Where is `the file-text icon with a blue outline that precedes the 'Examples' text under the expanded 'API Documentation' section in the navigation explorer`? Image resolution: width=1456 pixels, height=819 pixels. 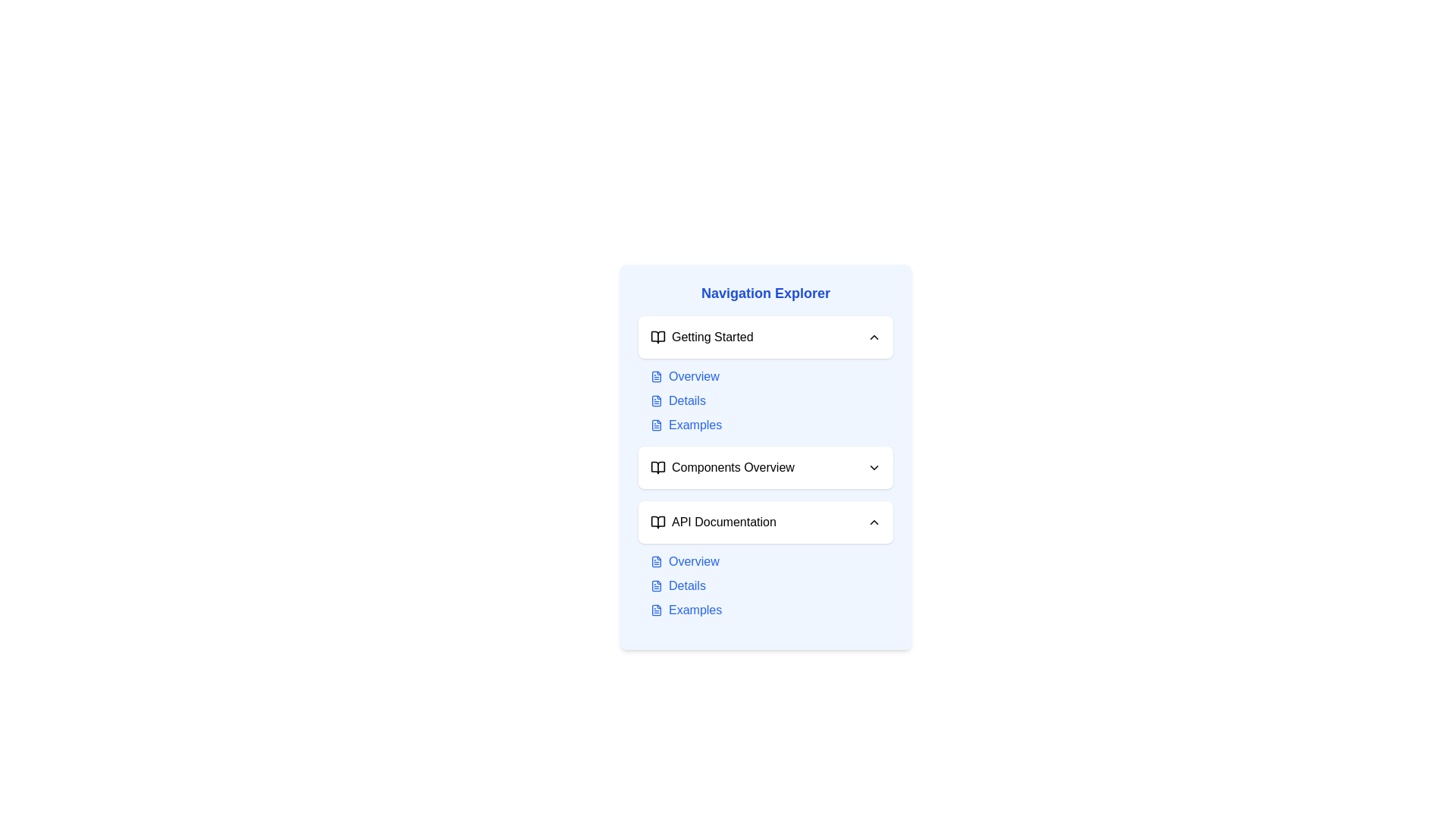
the file-text icon with a blue outline that precedes the 'Examples' text under the expanded 'API Documentation' section in the navigation explorer is located at coordinates (656, 610).